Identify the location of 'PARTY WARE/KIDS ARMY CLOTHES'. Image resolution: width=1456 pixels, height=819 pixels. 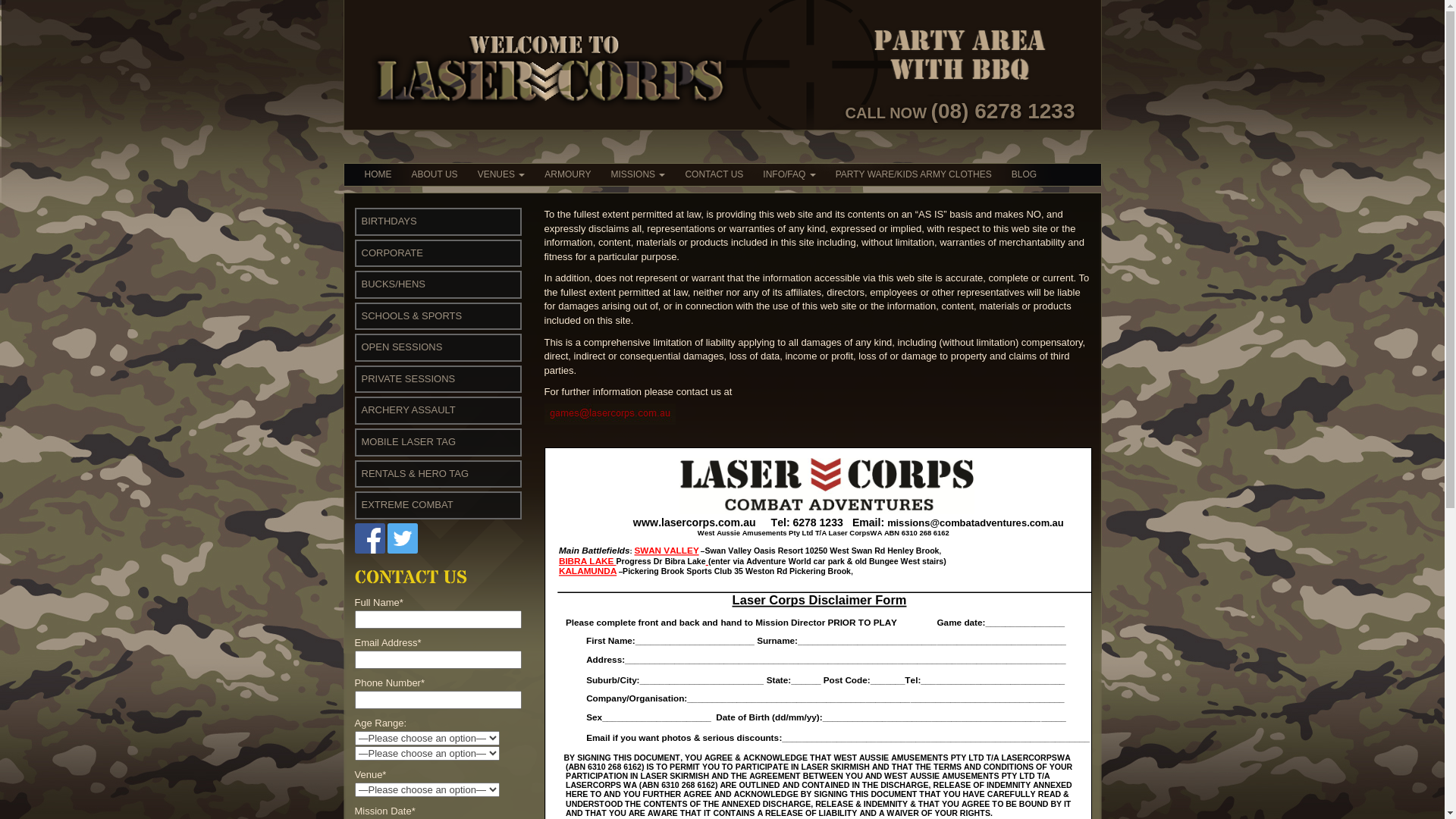
(912, 174).